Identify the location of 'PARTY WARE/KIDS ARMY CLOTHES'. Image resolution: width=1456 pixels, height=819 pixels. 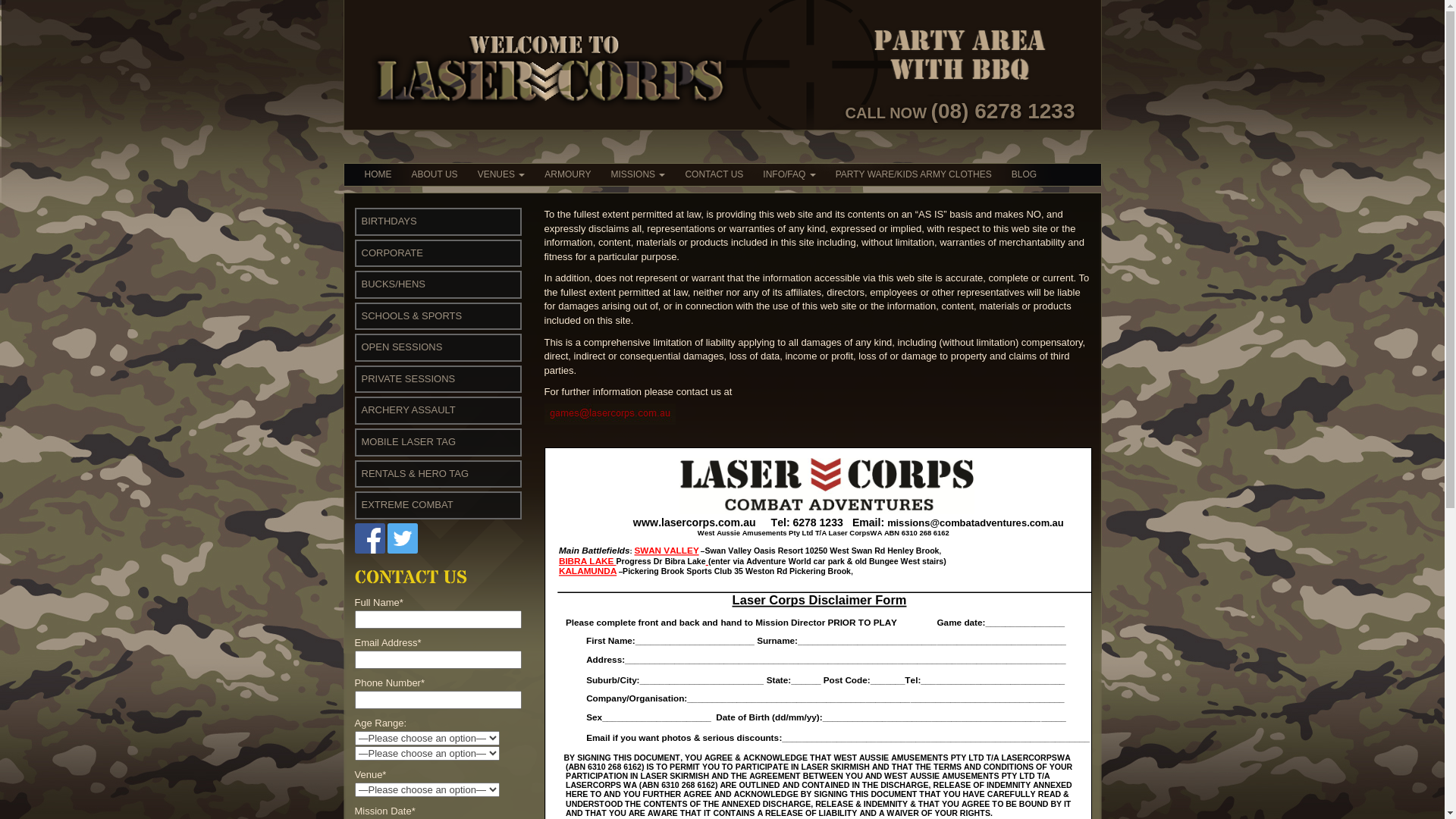
(912, 174).